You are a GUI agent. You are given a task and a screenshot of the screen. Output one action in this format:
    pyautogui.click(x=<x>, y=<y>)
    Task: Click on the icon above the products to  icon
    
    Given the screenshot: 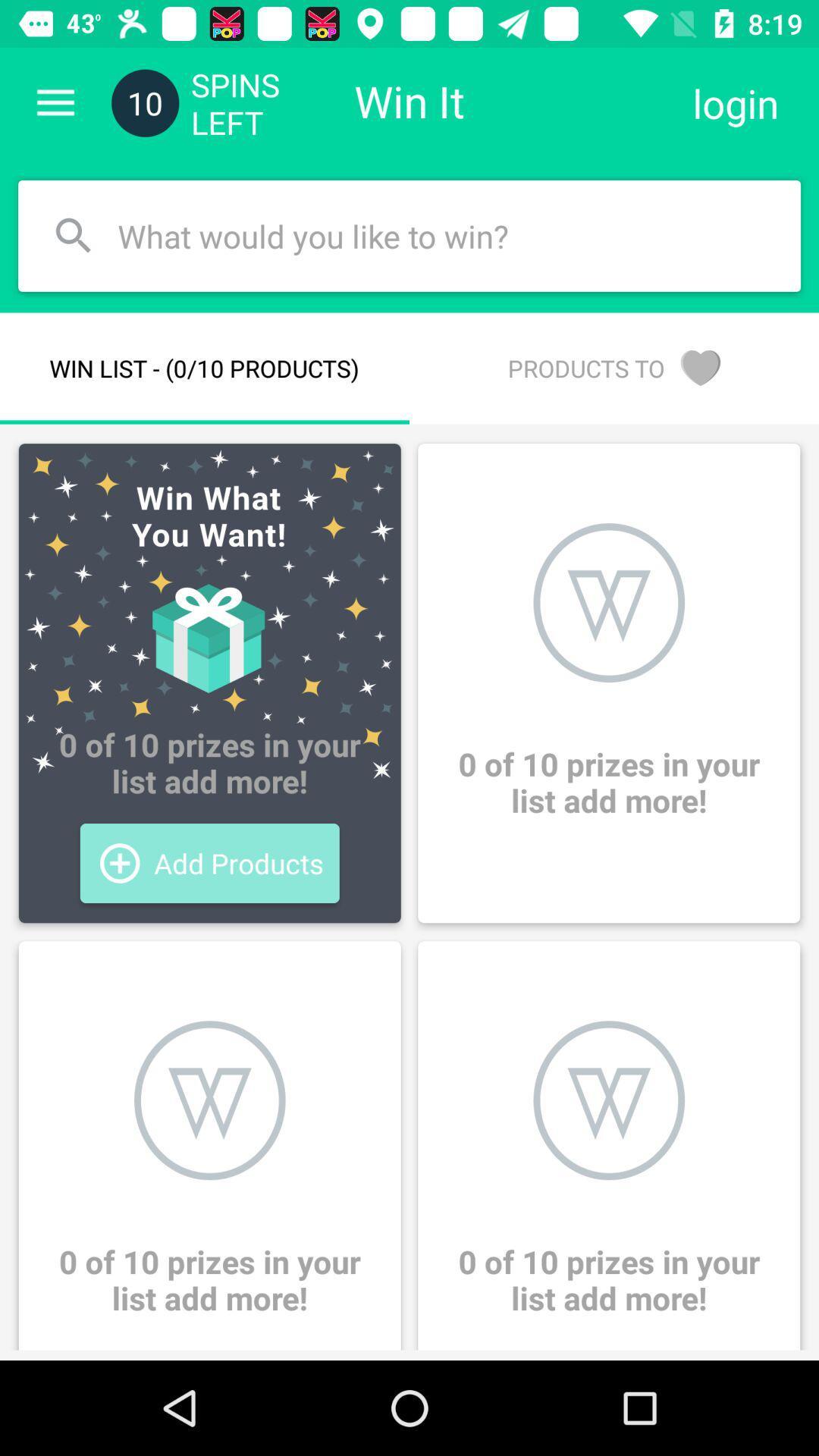 What is the action you would take?
    pyautogui.click(x=735, y=102)
    